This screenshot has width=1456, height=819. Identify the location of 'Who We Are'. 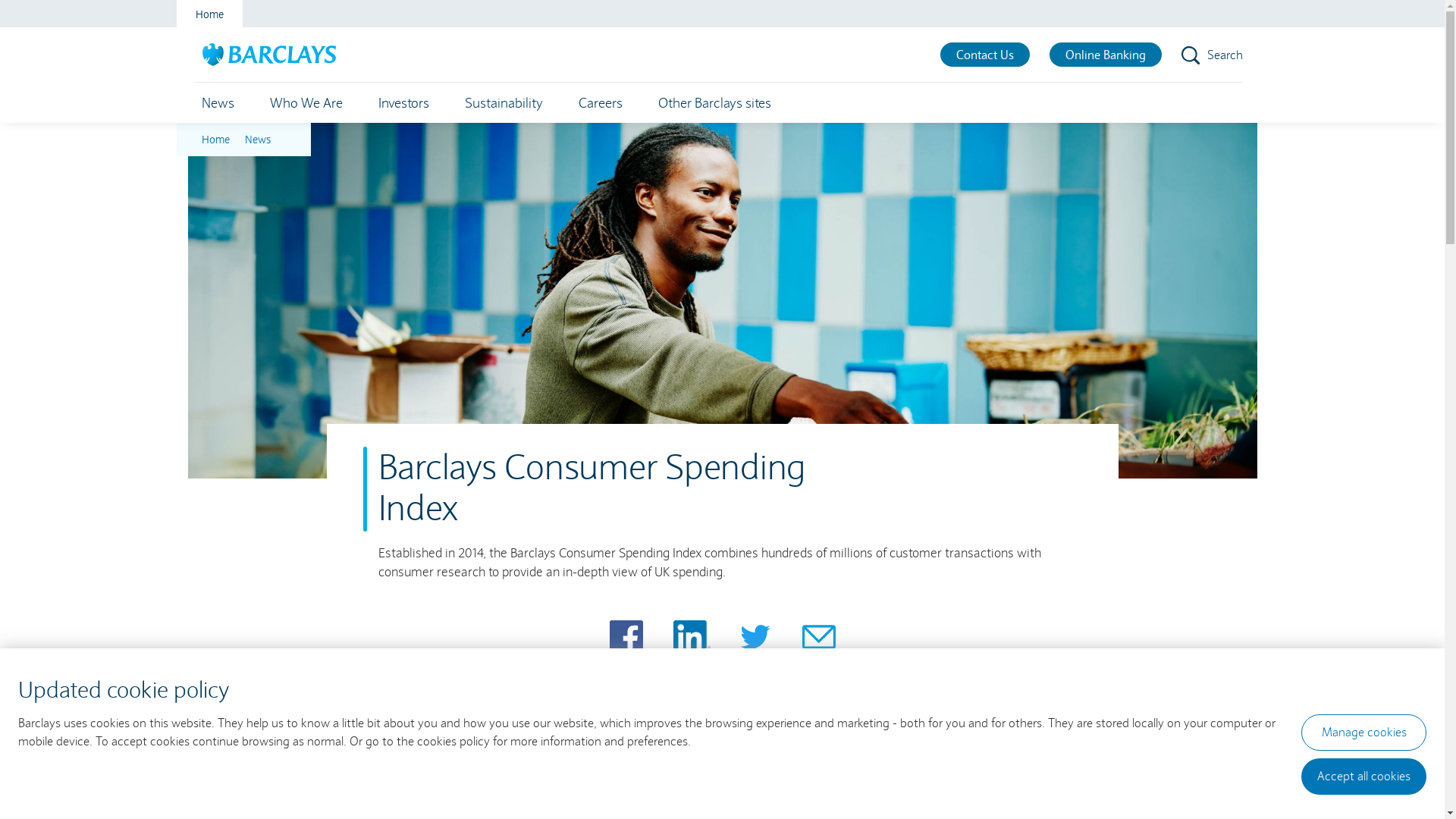
(262, 102).